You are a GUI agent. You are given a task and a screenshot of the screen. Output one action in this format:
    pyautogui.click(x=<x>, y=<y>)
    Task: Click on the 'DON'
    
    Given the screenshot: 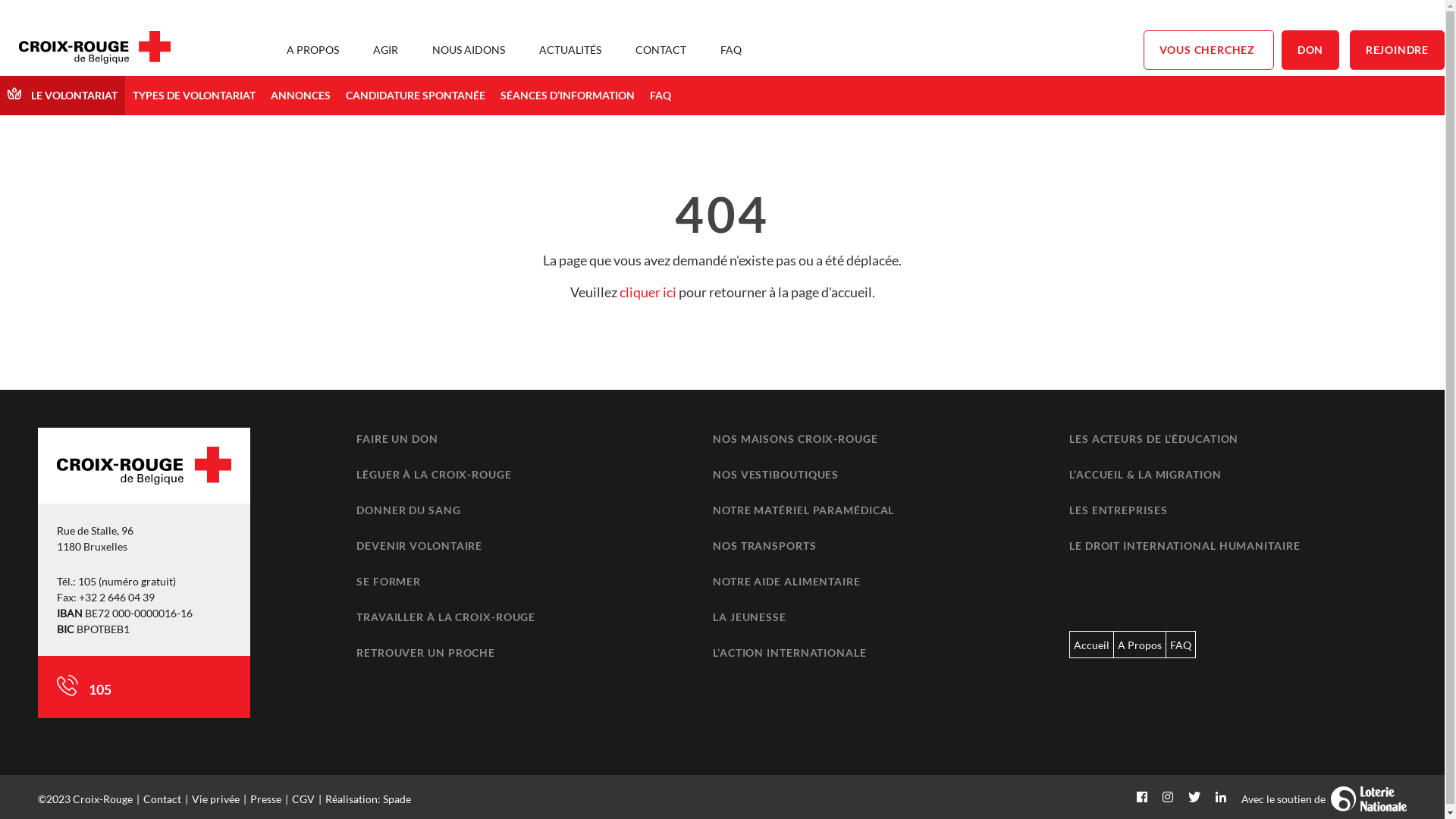 What is the action you would take?
    pyautogui.click(x=1310, y=49)
    